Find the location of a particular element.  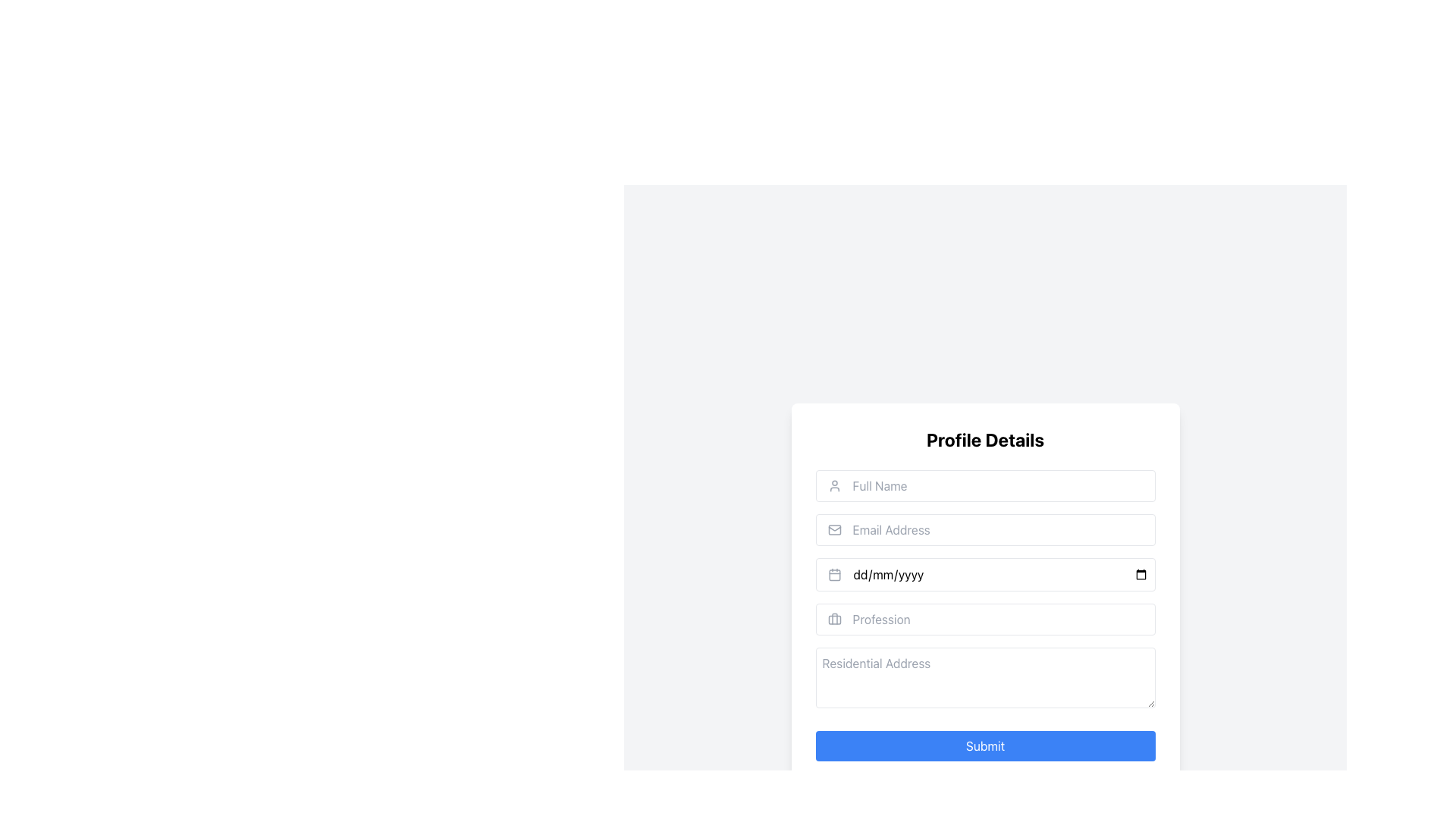

the 'Submit' button with a blue background and white text located at the bottom of the 'Profile Details' form is located at coordinates (985, 745).